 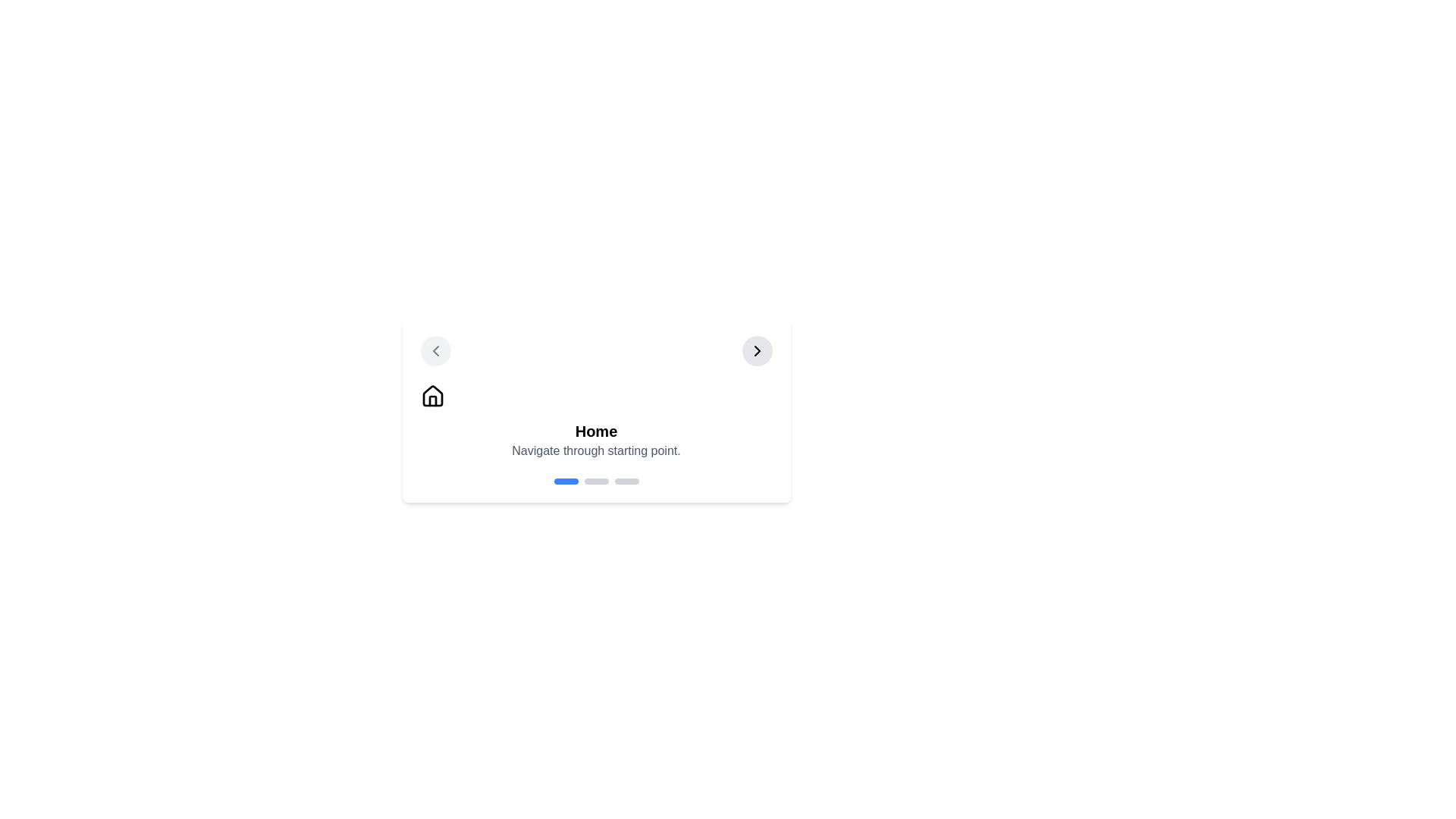 I want to click on the 'back' button to navigate to the previous step, so click(x=435, y=350).